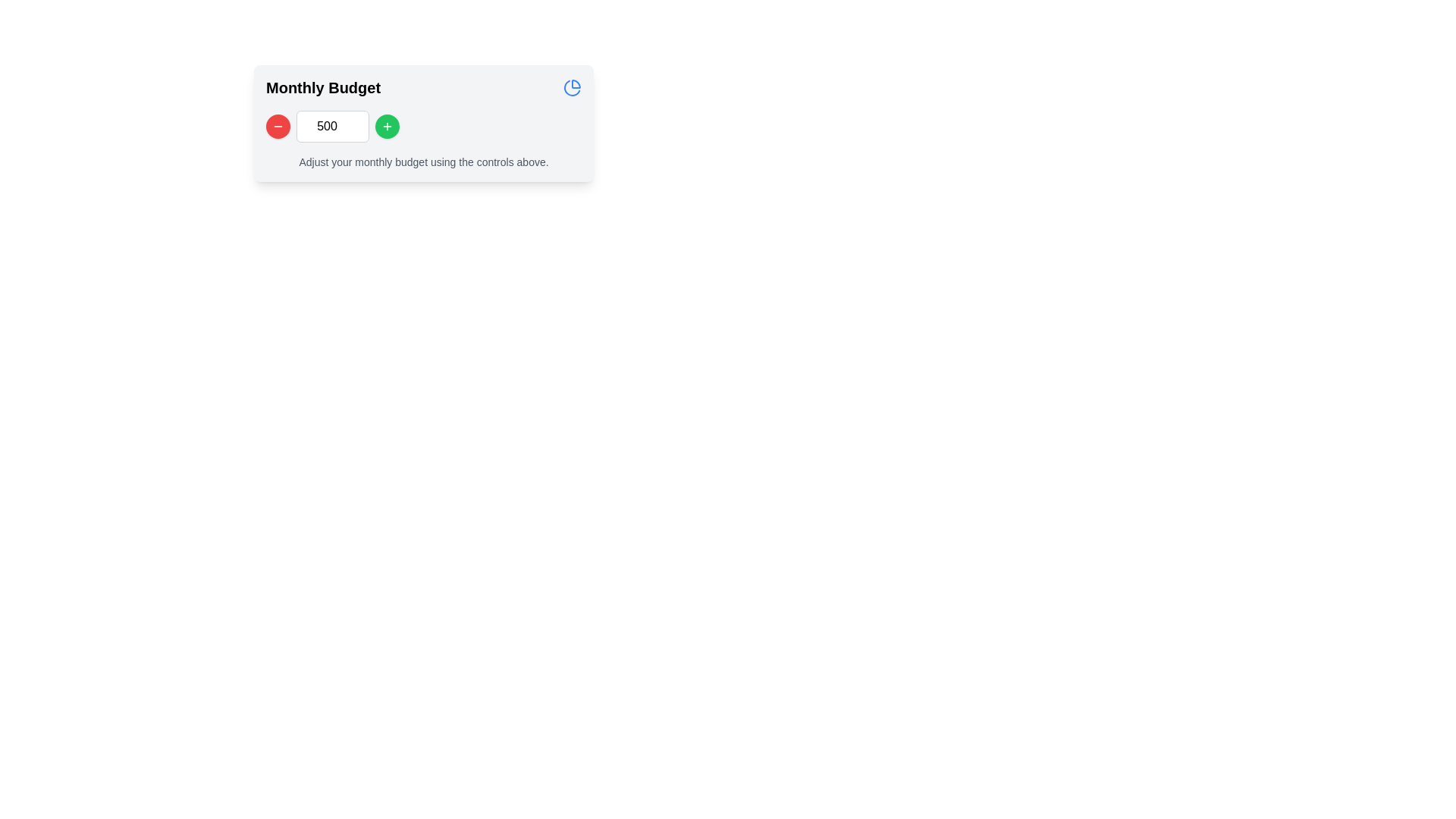 The width and height of the screenshot is (1456, 819). What do you see at coordinates (387, 125) in the screenshot?
I see `the plus sign button located to the right of the central number input box in the 'Monthly Budget' interface` at bounding box center [387, 125].